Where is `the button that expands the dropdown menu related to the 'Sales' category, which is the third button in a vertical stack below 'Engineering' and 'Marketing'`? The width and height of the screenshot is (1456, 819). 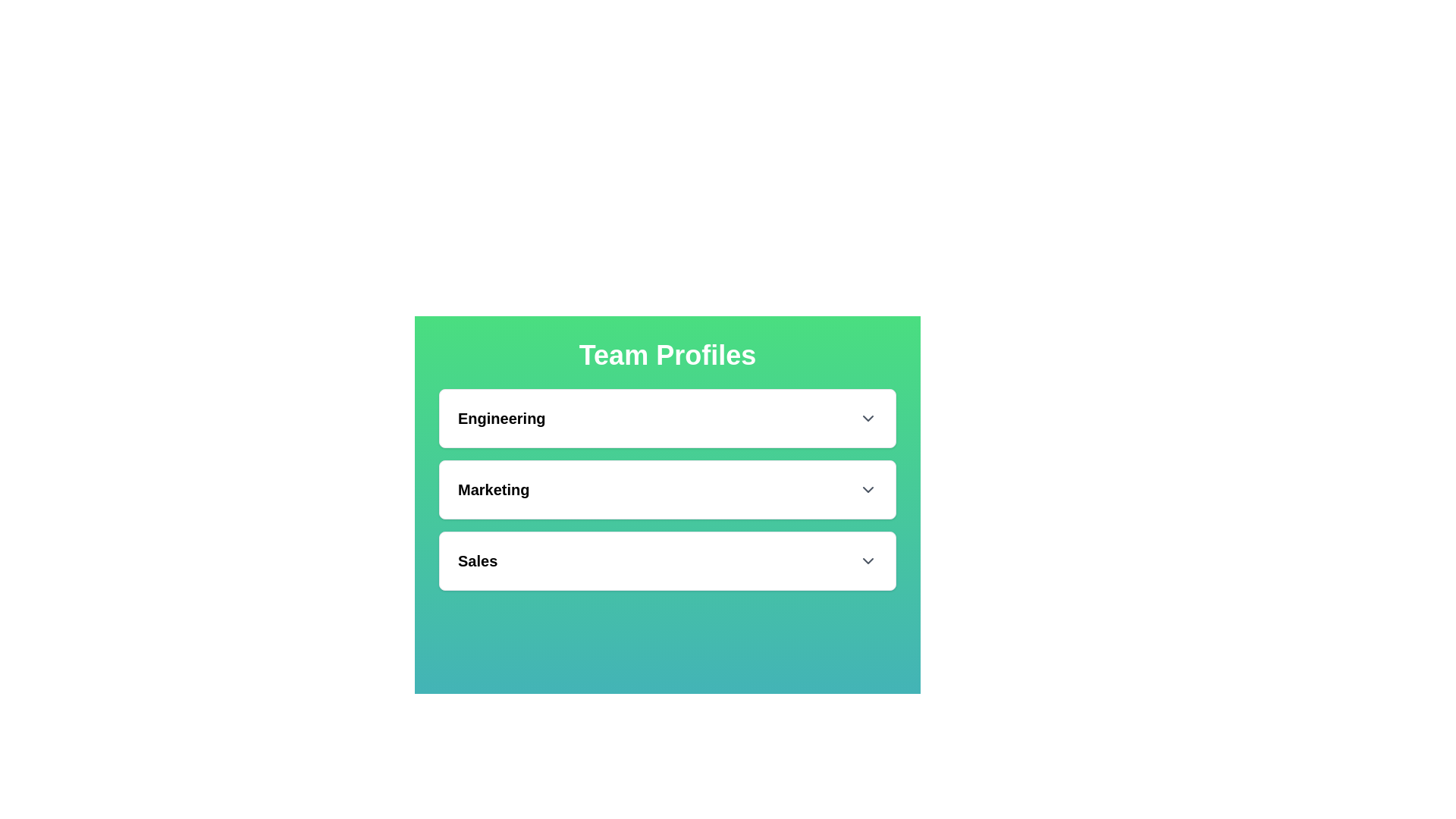 the button that expands the dropdown menu related to the 'Sales' category, which is the third button in a vertical stack below 'Engineering' and 'Marketing' is located at coordinates (667, 561).